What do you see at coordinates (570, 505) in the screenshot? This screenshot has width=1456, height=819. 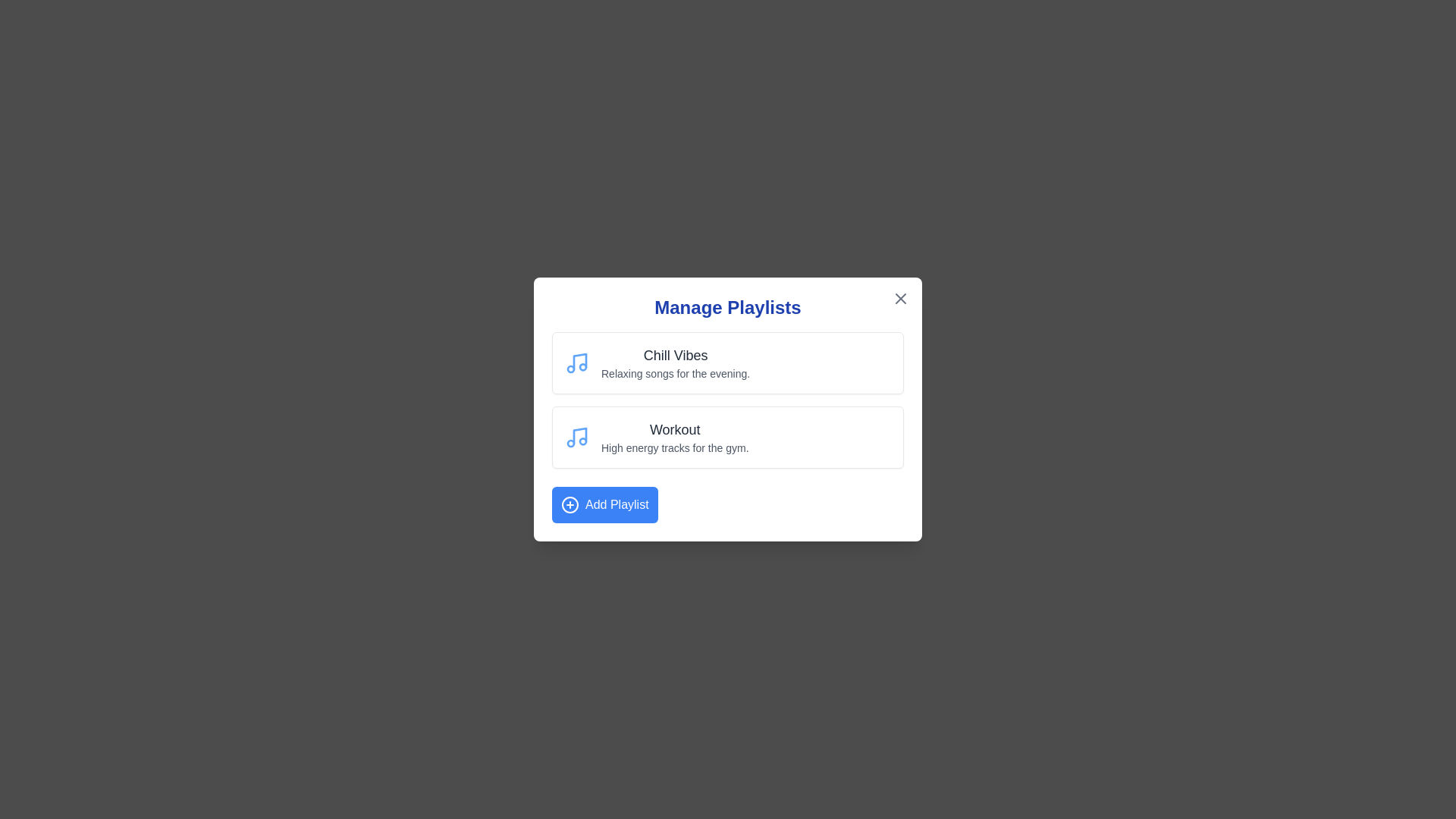 I see `the addition icon located inside the 'Add Playlist' button at the bottom-left side of its content area` at bounding box center [570, 505].